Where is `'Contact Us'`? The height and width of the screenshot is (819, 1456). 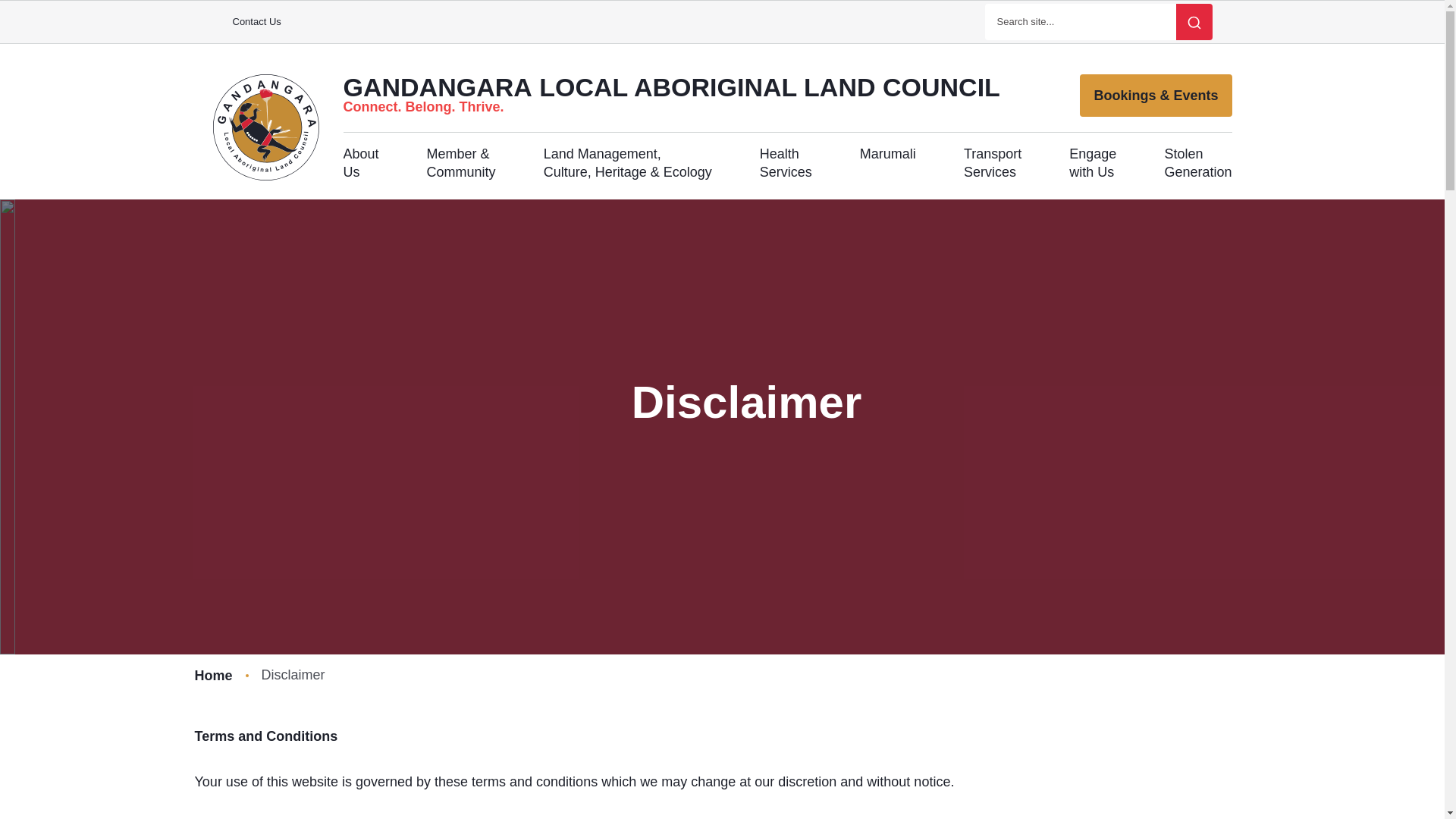
'Contact Us' is located at coordinates (256, 22).